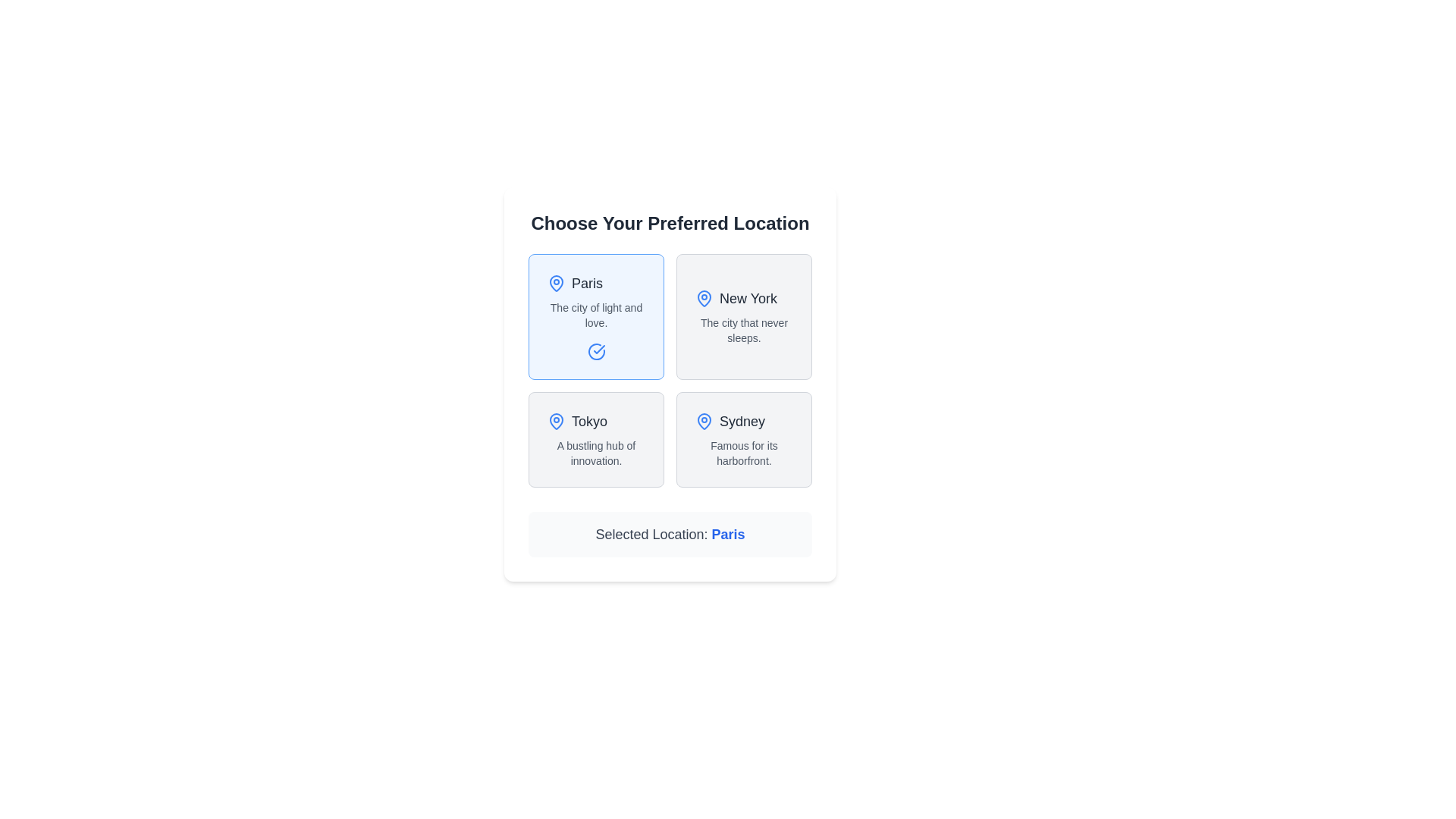 The width and height of the screenshot is (1456, 819). I want to click on the Text label providing additional descriptive information about the location 'New York', so click(744, 329).